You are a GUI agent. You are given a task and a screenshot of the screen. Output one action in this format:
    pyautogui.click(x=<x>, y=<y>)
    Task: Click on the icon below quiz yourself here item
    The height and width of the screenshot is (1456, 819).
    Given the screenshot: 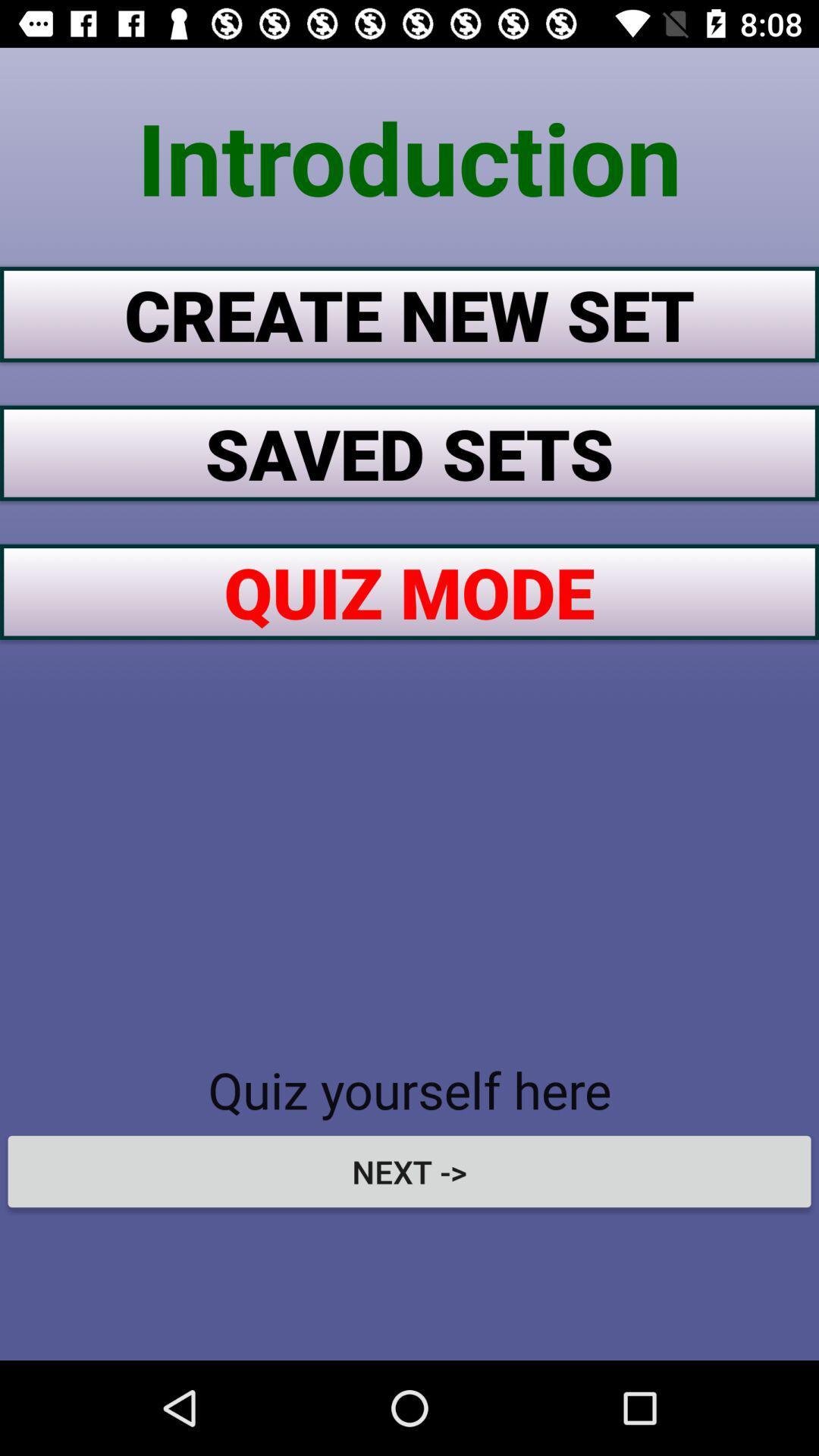 What is the action you would take?
    pyautogui.click(x=409, y=1171)
    